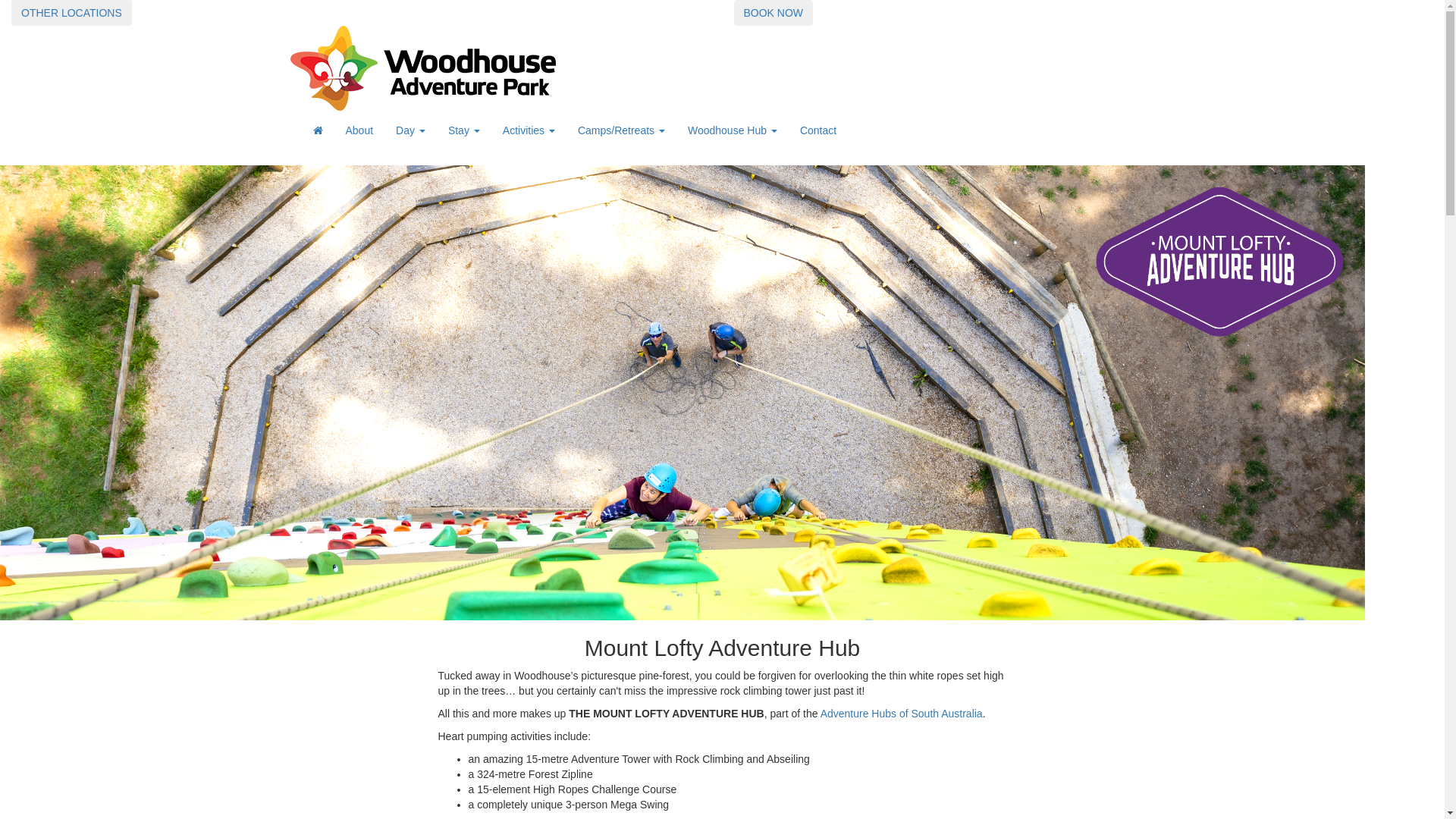 This screenshot has width=1456, height=819. What do you see at coordinates (410, 130) in the screenshot?
I see `'Day'` at bounding box center [410, 130].